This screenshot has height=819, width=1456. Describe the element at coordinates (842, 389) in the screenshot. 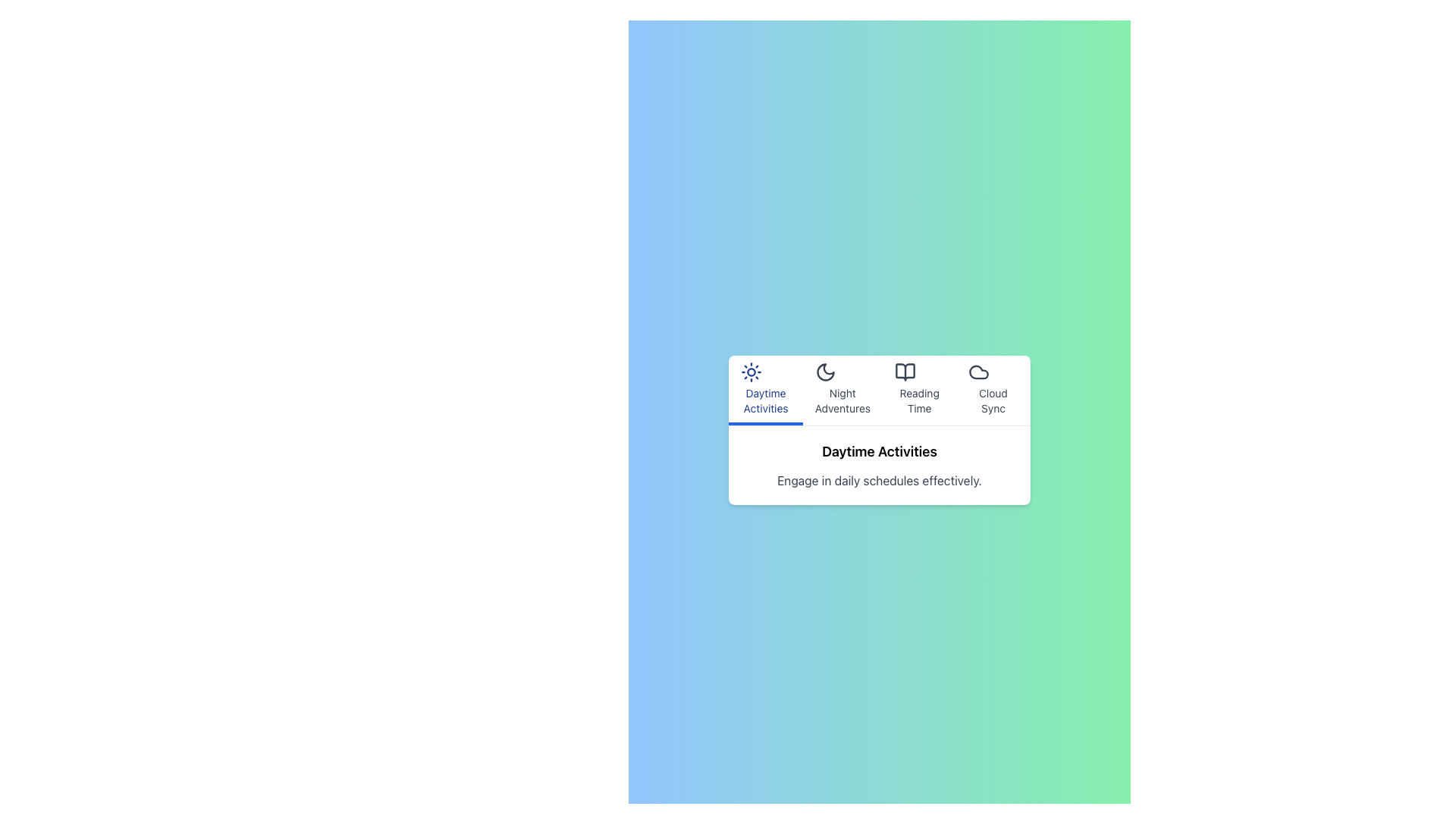

I see `the 'Night Adventures' tab, which features a moon icon above the text and is the second tab in the navigation bar` at that location.